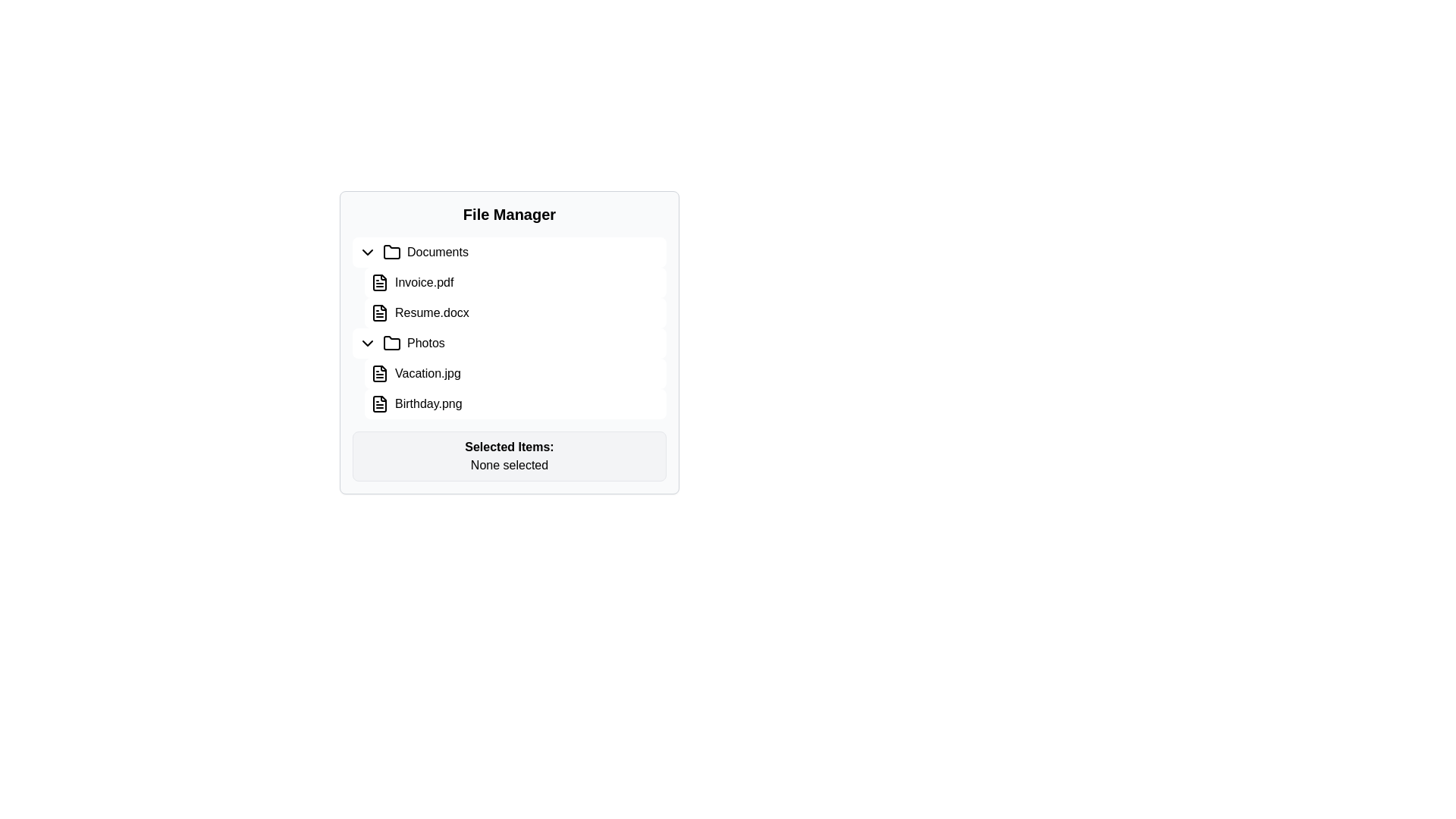  Describe the element at coordinates (424, 283) in the screenshot. I see `the text label representing the file 'Invoice.pdf' in the file management interface` at that location.